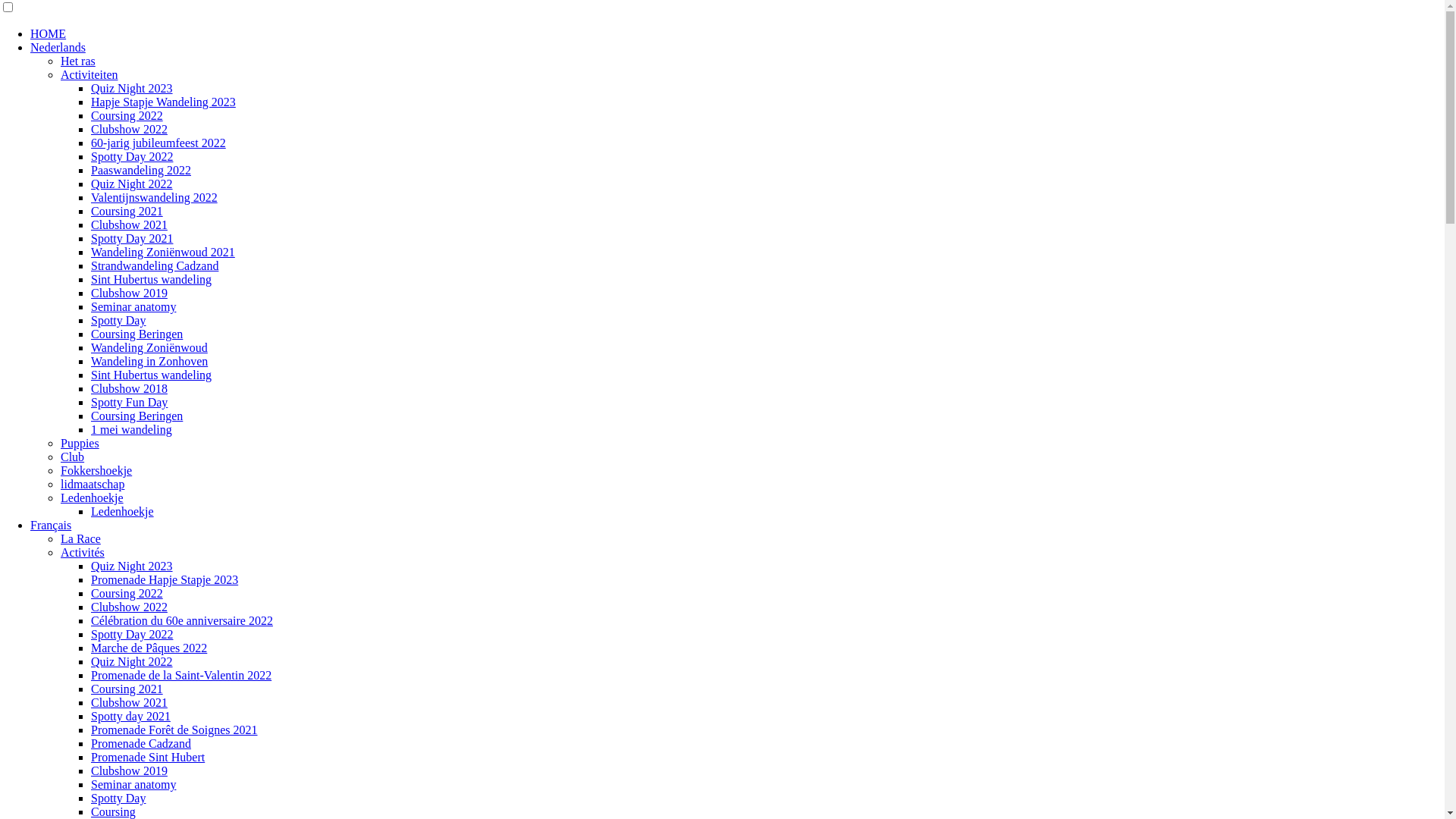  What do you see at coordinates (112, 811) in the screenshot?
I see `'Coursing'` at bounding box center [112, 811].